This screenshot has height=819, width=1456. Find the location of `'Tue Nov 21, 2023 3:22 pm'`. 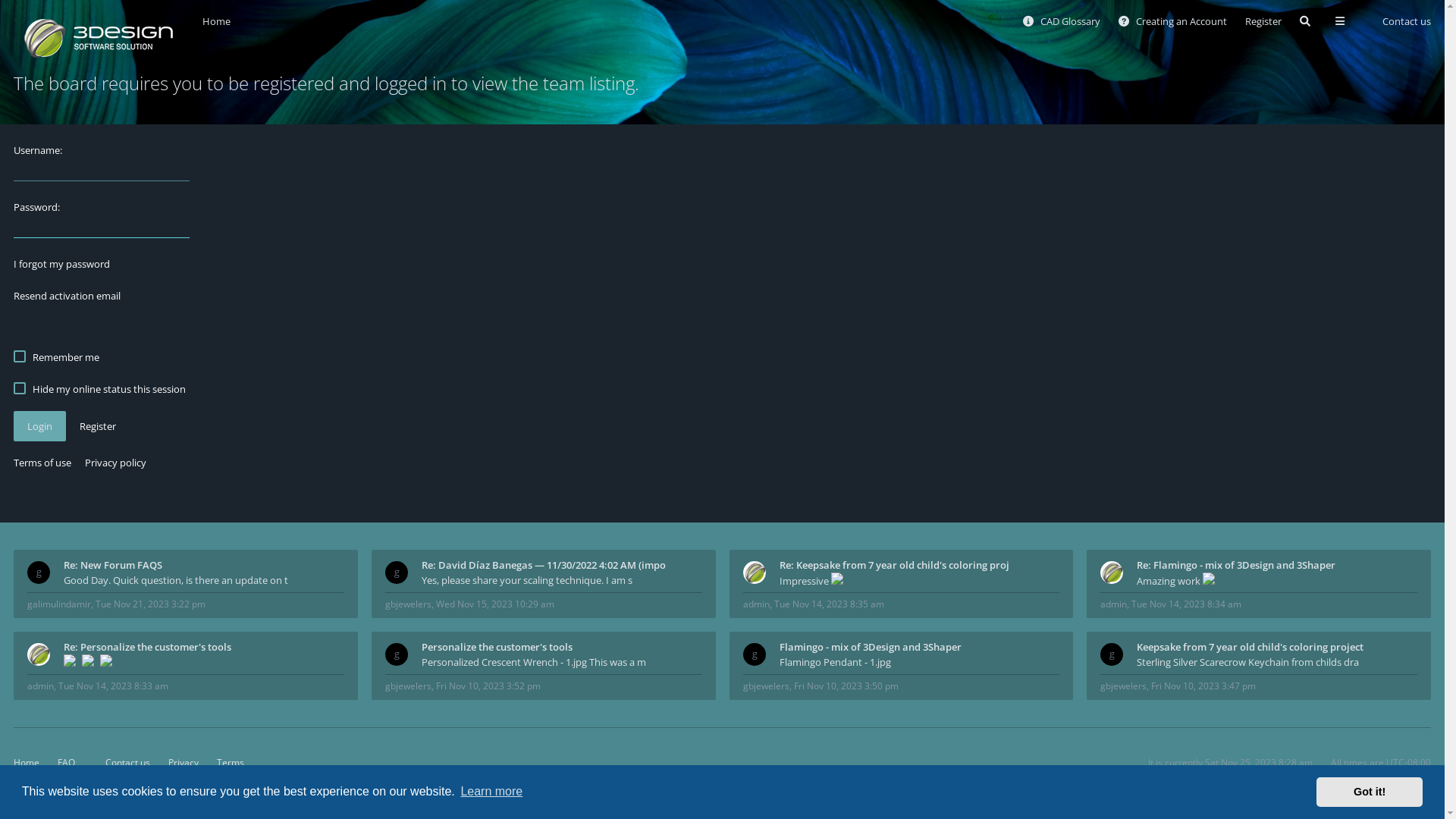

'Tue Nov 21, 2023 3:22 pm' is located at coordinates (150, 603).